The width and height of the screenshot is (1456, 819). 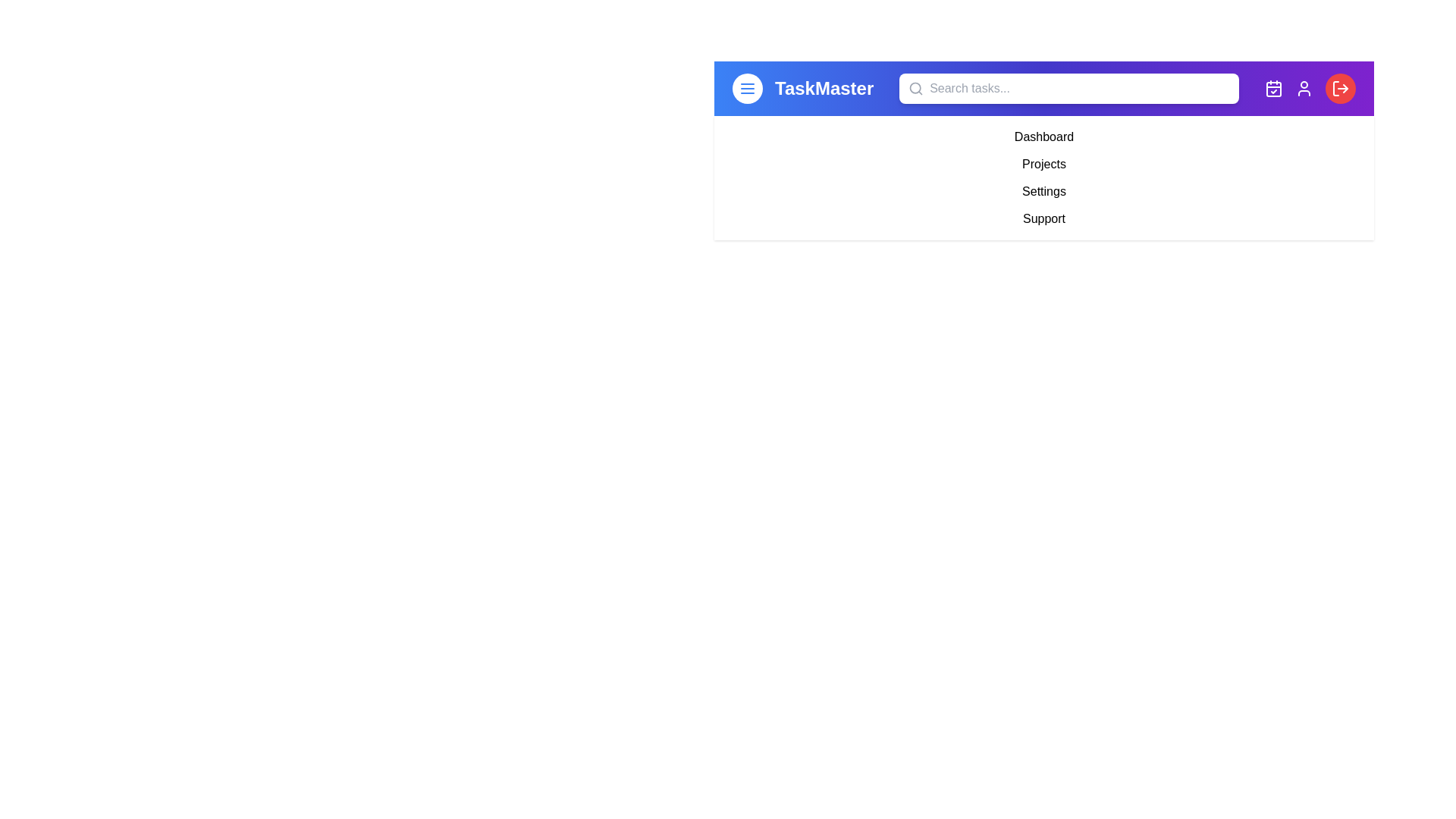 What do you see at coordinates (1303, 88) in the screenshot?
I see `the user profile icon to view the user profile` at bounding box center [1303, 88].